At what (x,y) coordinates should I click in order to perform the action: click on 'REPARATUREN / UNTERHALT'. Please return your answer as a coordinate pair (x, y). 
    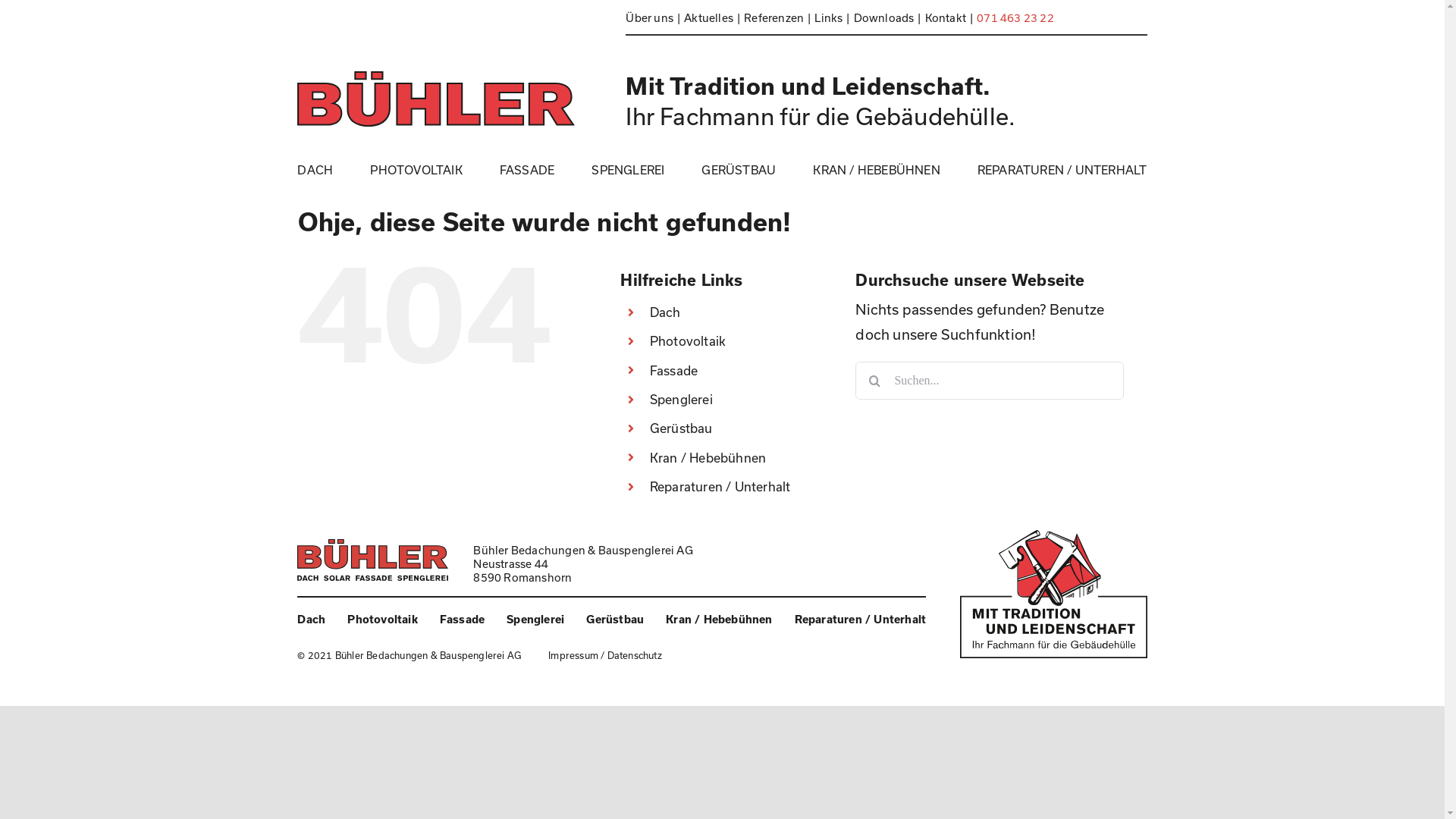
    Looking at the image, I should click on (1062, 169).